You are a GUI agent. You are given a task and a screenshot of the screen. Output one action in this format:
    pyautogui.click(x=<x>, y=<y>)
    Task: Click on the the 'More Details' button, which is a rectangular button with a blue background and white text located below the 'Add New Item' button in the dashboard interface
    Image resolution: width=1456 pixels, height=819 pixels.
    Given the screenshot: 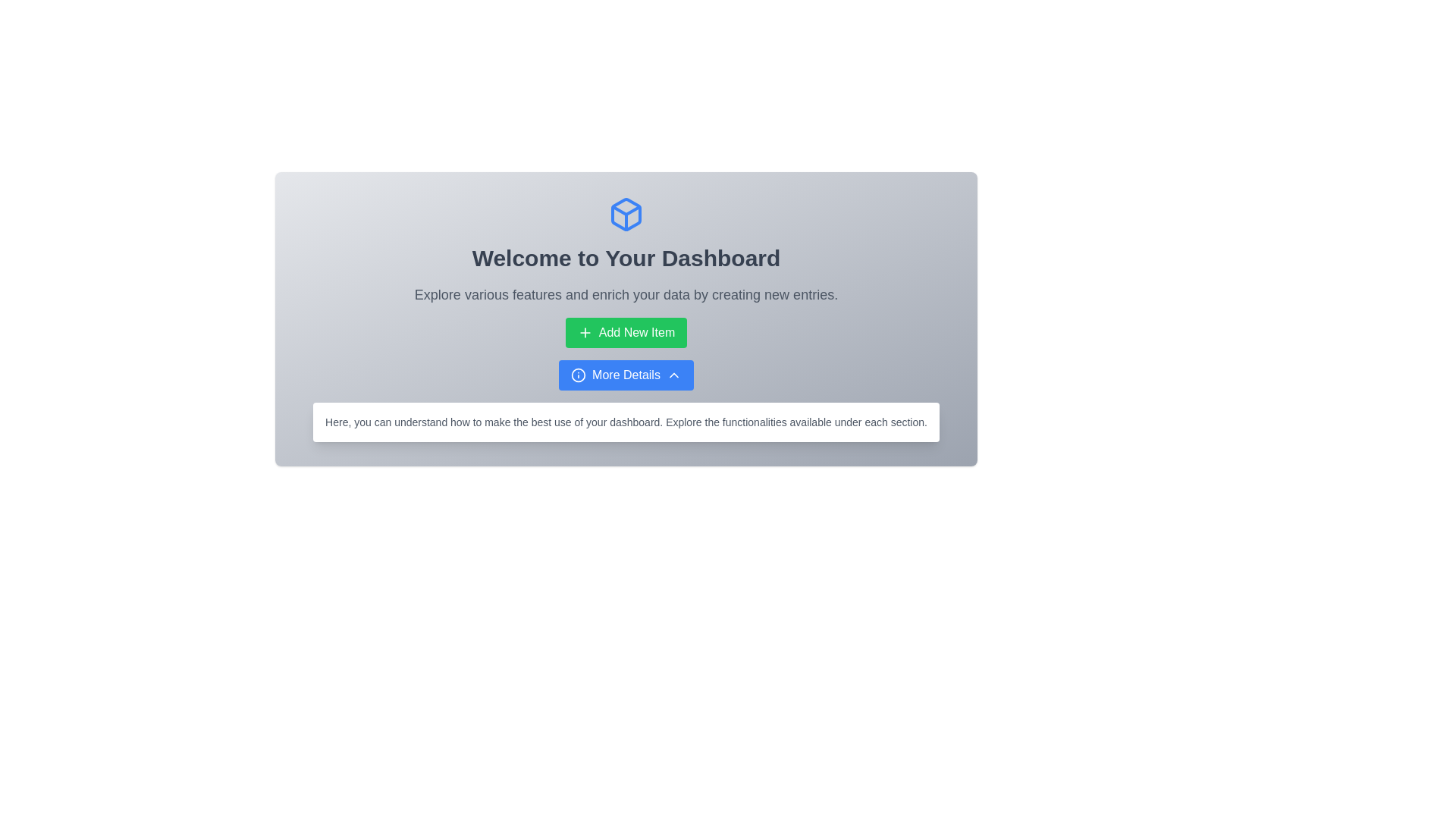 What is the action you would take?
    pyautogui.click(x=626, y=375)
    